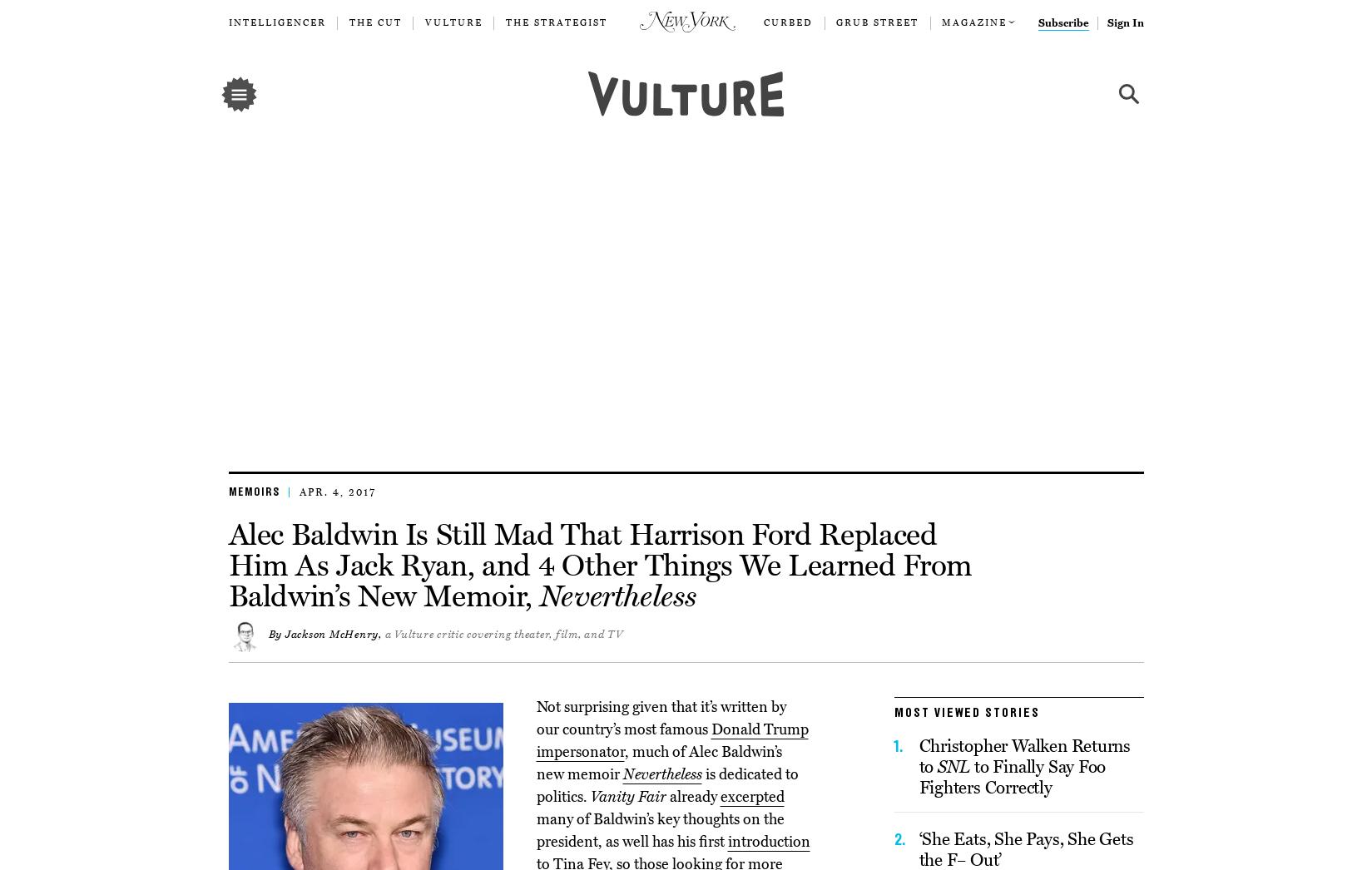 This screenshot has width=1372, height=870. Describe the element at coordinates (719, 794) in the screenshot. I see `'excerpted'` at that location.